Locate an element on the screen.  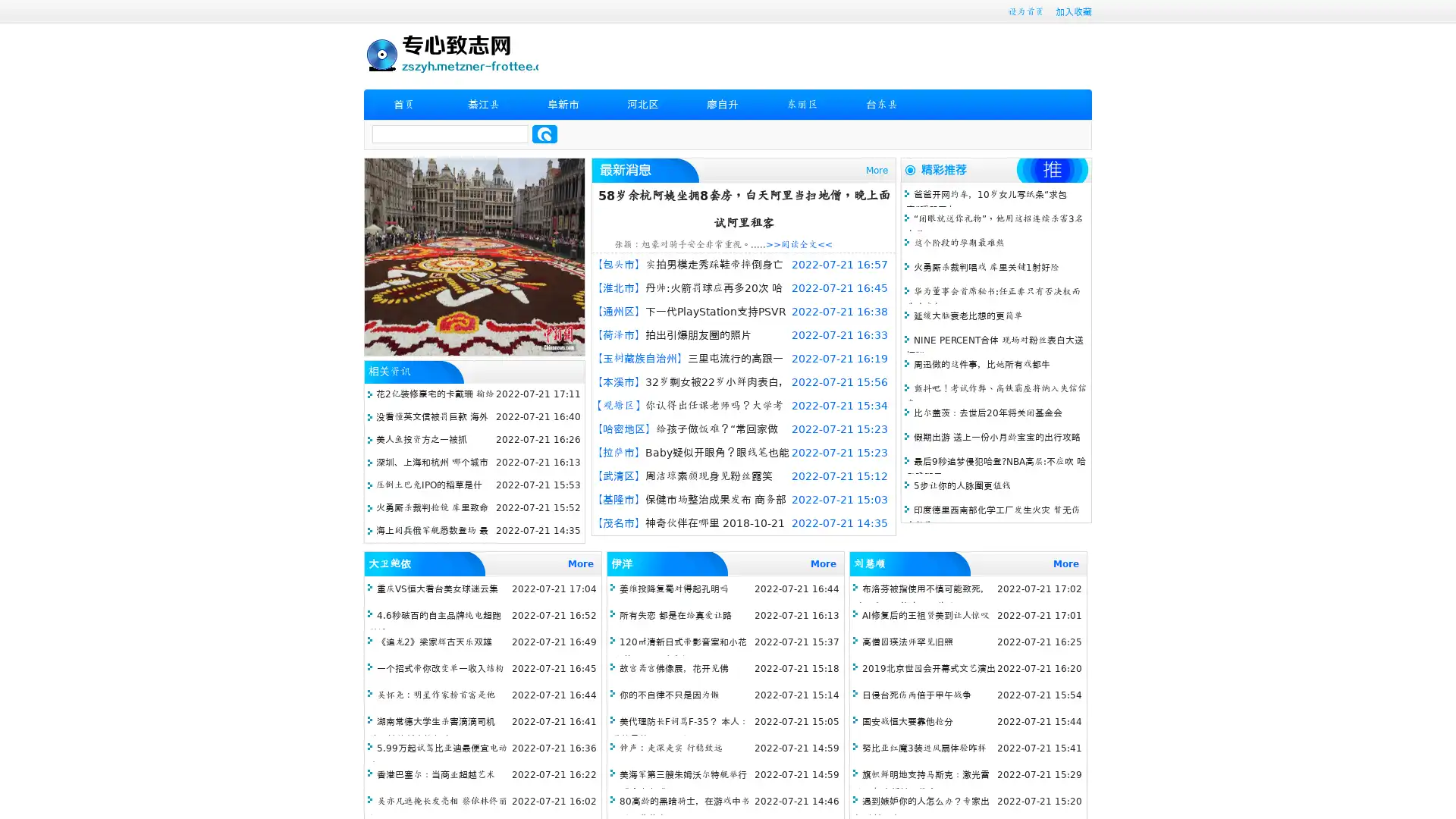
Search is located at coordinates (544, 133).